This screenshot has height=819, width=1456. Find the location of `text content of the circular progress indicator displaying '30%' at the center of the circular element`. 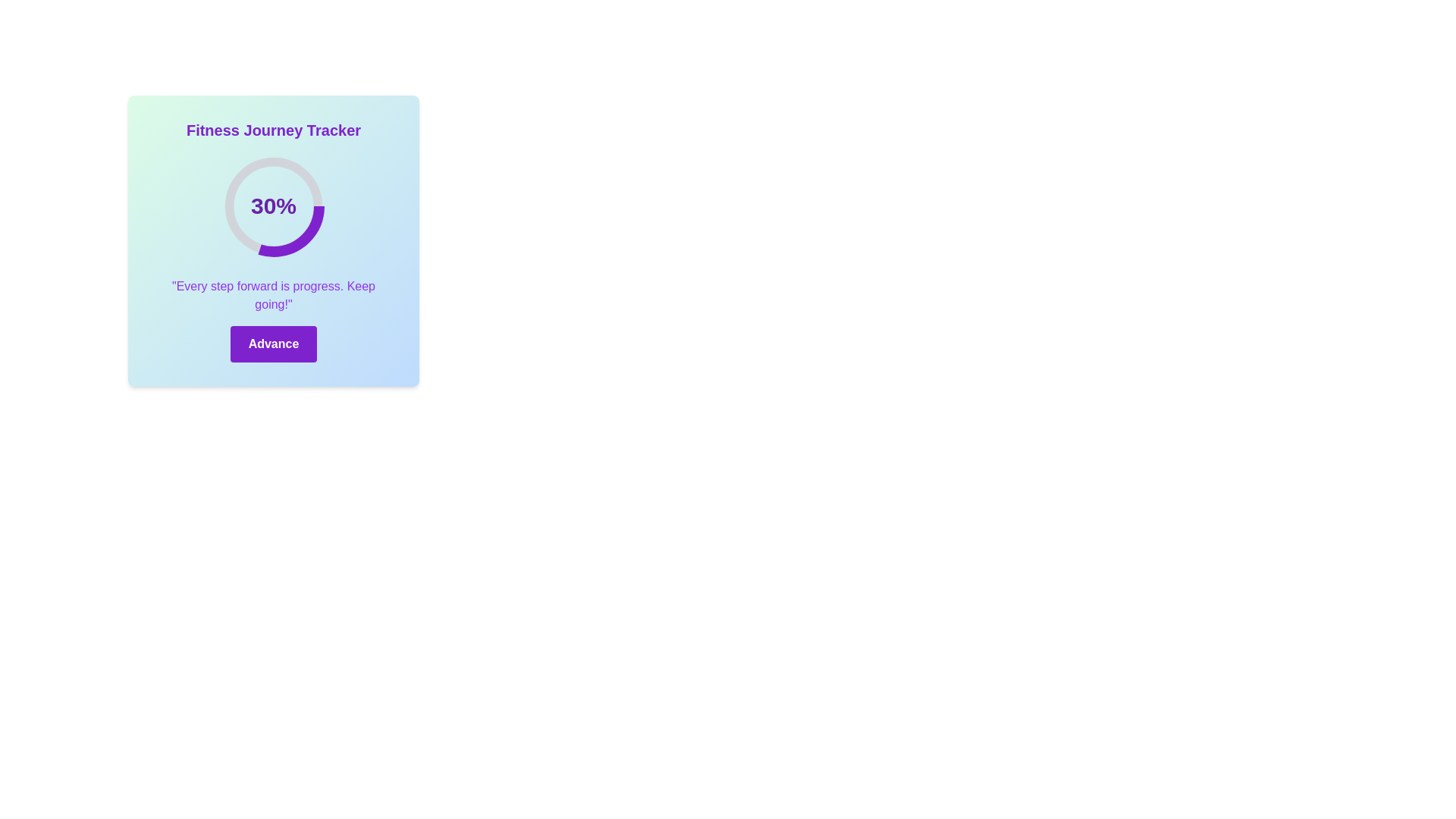

text content of the circular progress indicator displaying '30%' at the center of the circular element is located at coordinates (273, 206).